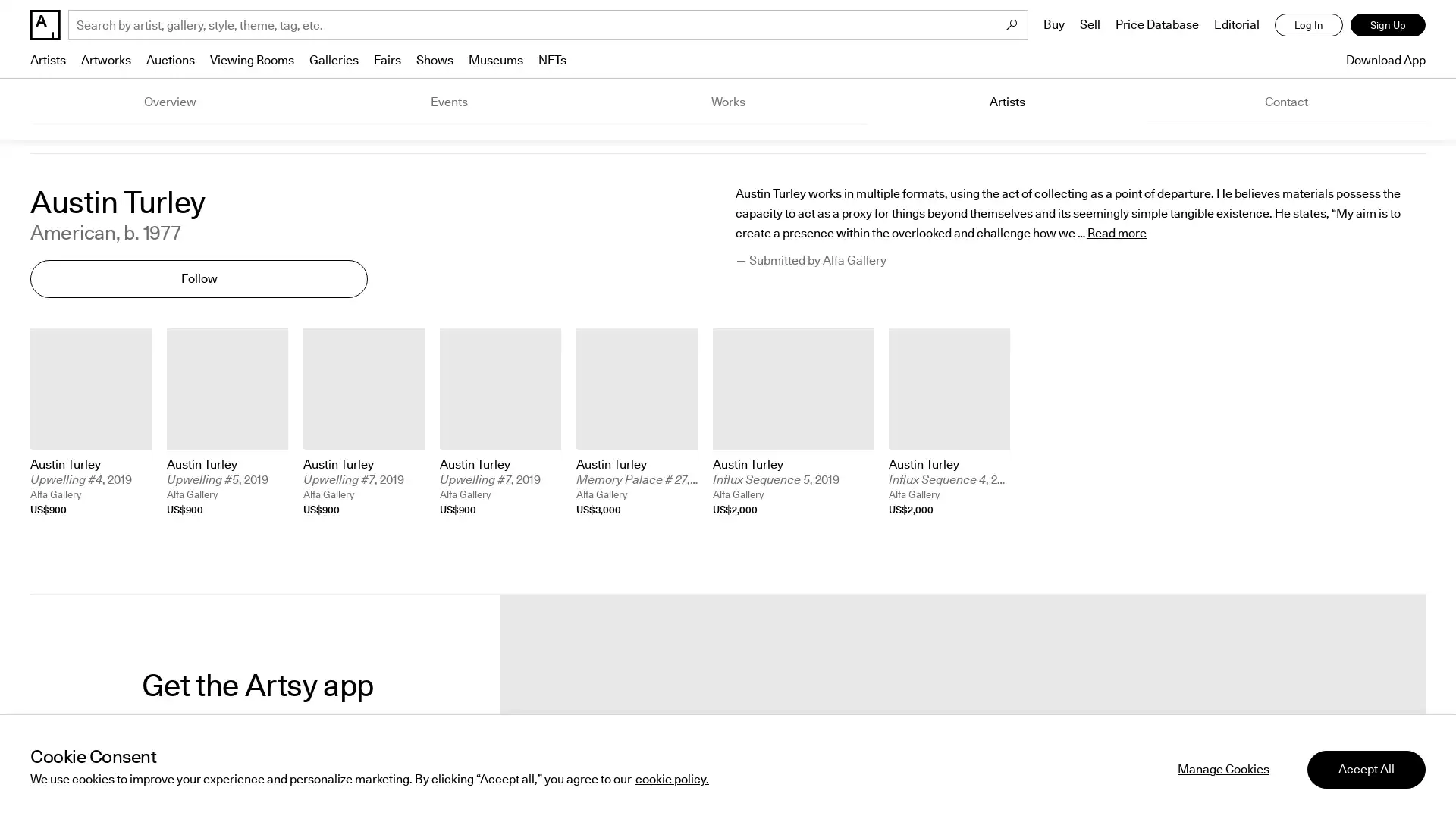 Image resolution: width=1456 pixels, height=819 pixels. What do you see at coordinates (1223, 769) in the screenshot?
I see `Manage Cookies` at bounding box center [1223, 769].